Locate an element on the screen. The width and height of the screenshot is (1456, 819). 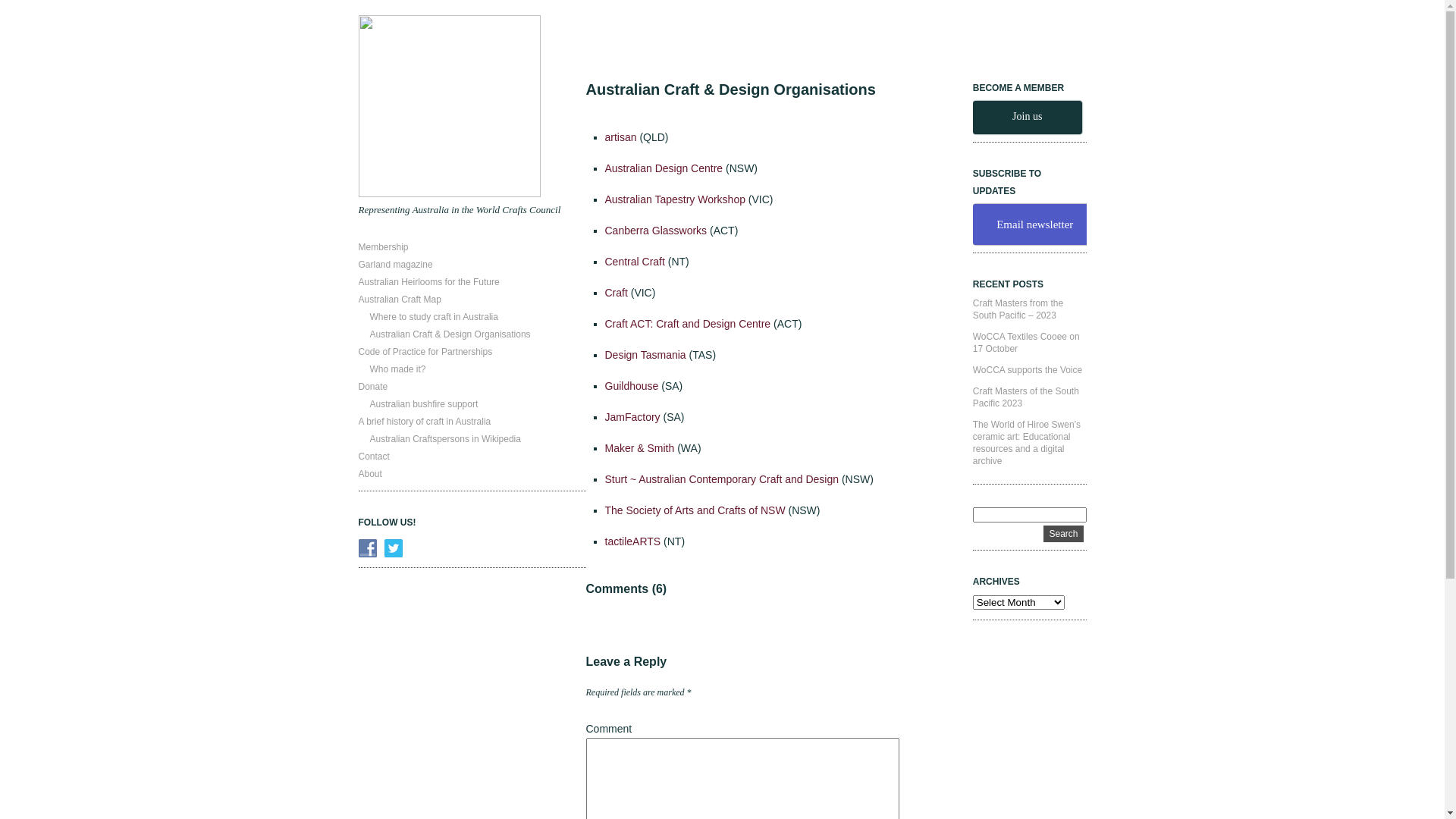
'Australian Craft Map' is located at coordinates (399, 299).